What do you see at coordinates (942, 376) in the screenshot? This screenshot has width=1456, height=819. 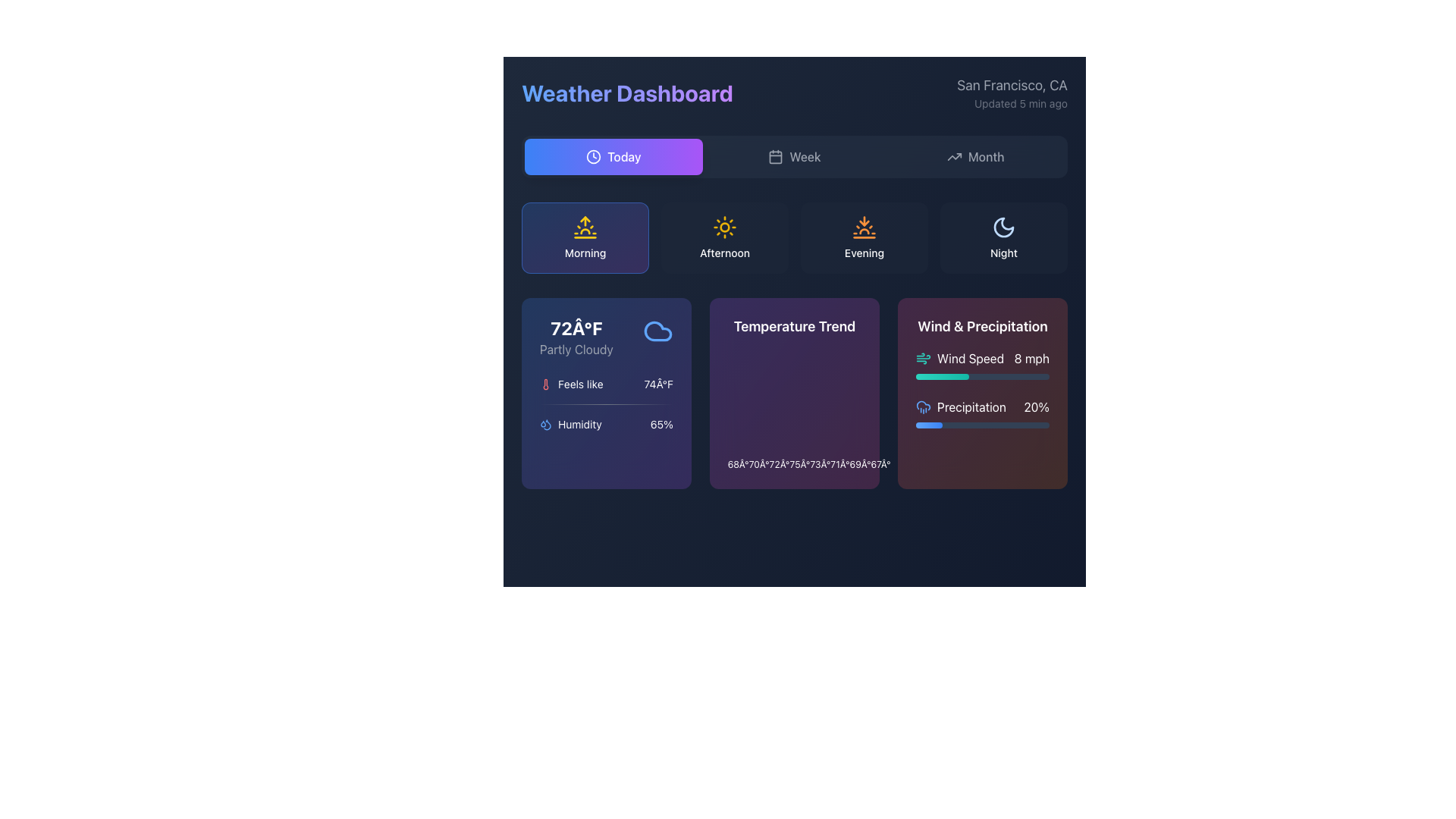 I see `visual state of the Progress bar representing wind speed located in the 'Wind Speed' section of the 'Wind & Precipitation' card` at bounding box center [942, 376].